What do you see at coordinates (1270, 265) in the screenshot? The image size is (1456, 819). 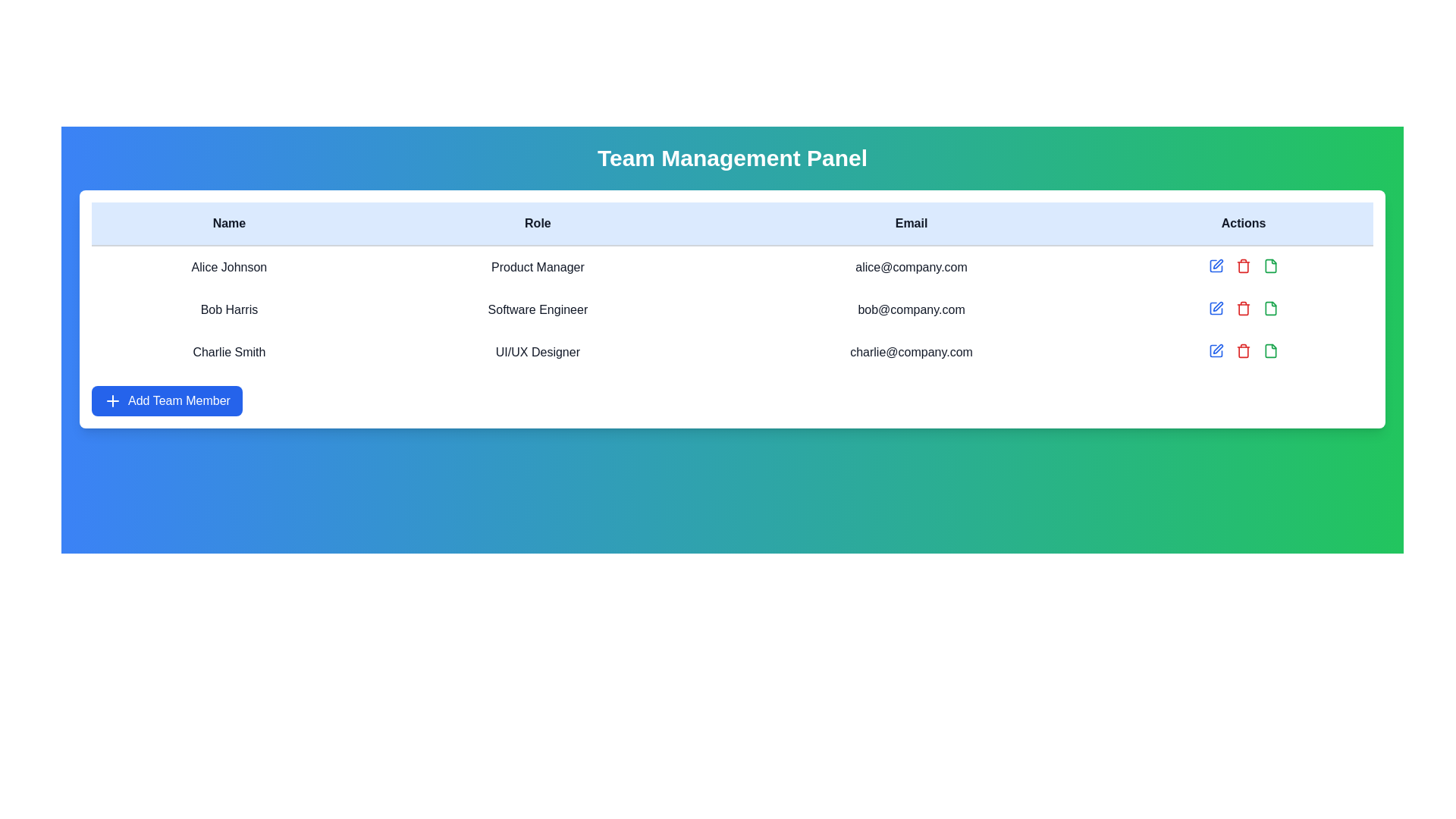 I see `the gray file icon with a folded top-right corner located in the 'Actions' column of the last row of the data table` at bounding box center [1270, 265].